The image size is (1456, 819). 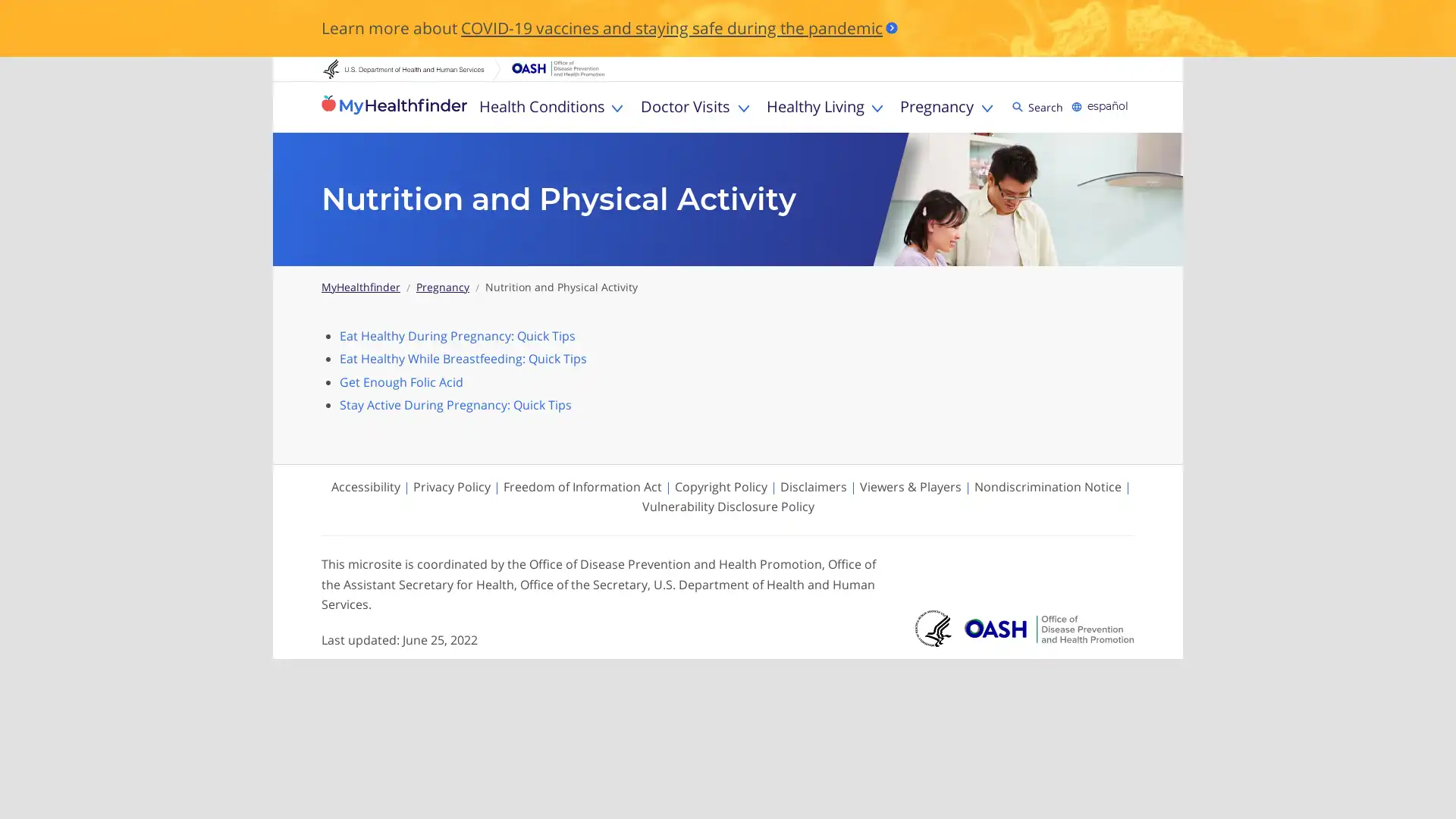 What do you see at coordinates (987, 106) in the screenshot?
I see `Toggle Pregnancy sub menu` at bounding box center [987, 106].